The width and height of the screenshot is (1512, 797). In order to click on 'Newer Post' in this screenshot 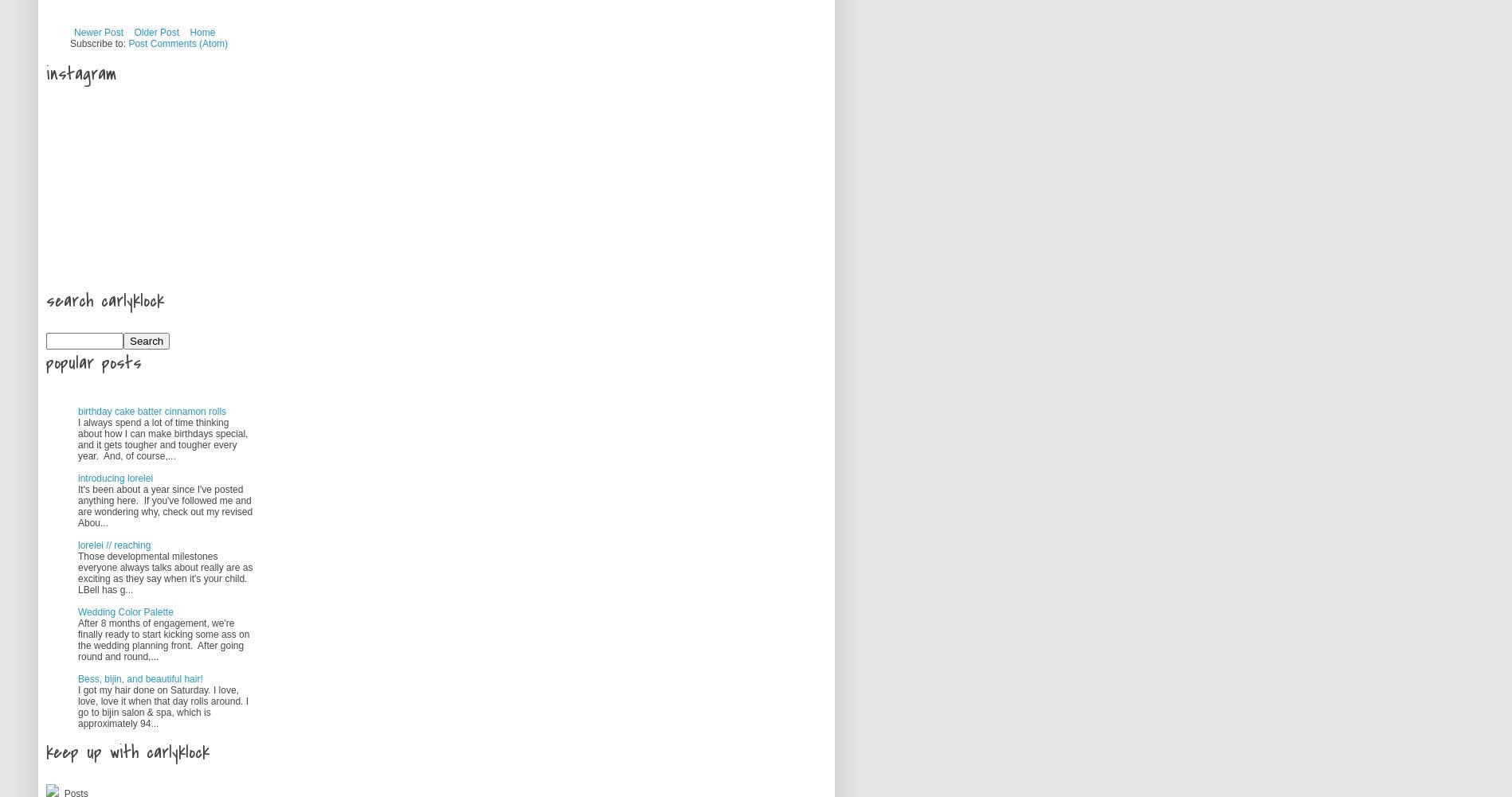, I will do `click(98, 33)`.